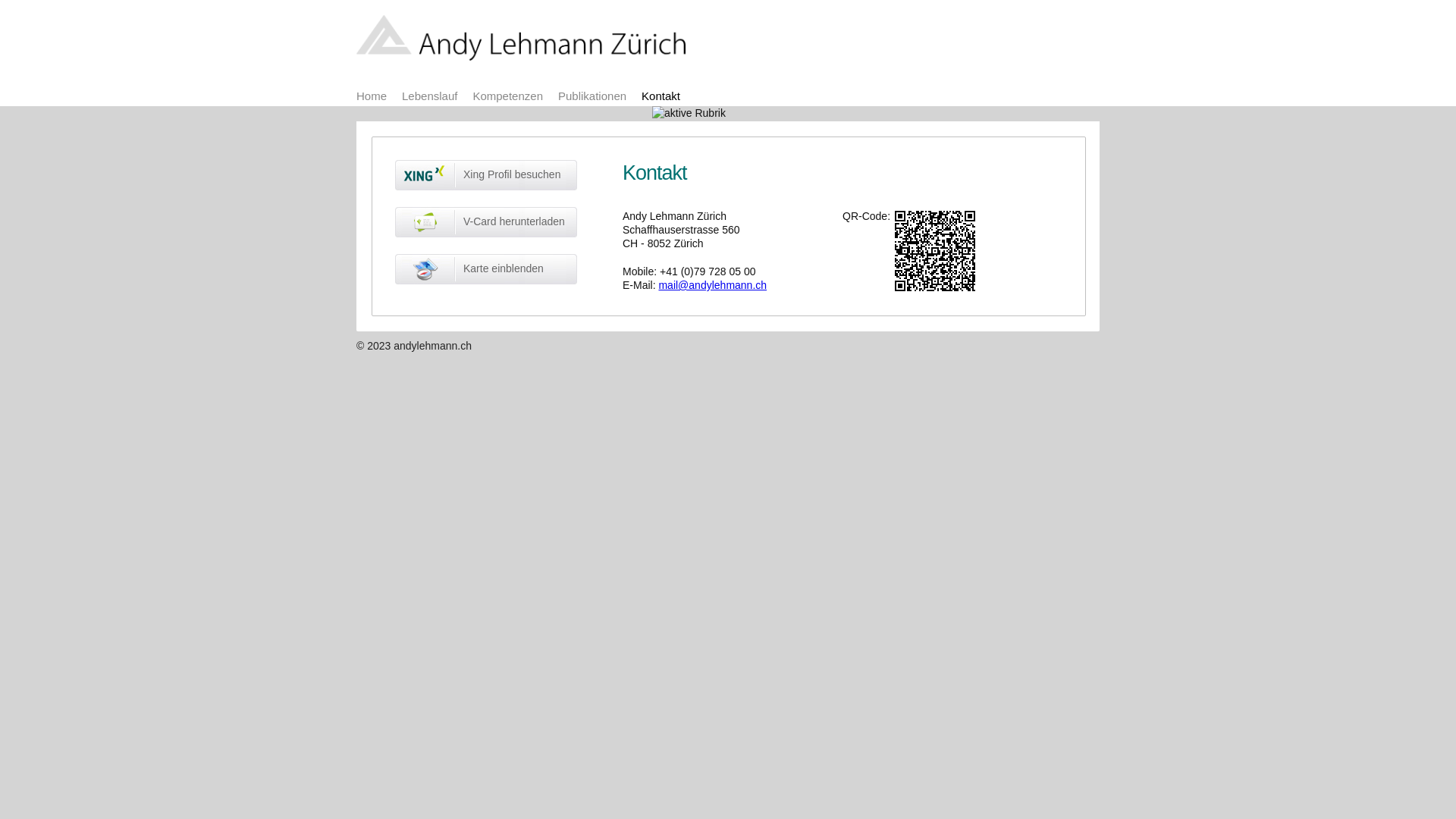 This screenshot has width=1456, height=819. Describe the element at coordinates (371, 96) in the screenshot. I see `'Home'` at that location.